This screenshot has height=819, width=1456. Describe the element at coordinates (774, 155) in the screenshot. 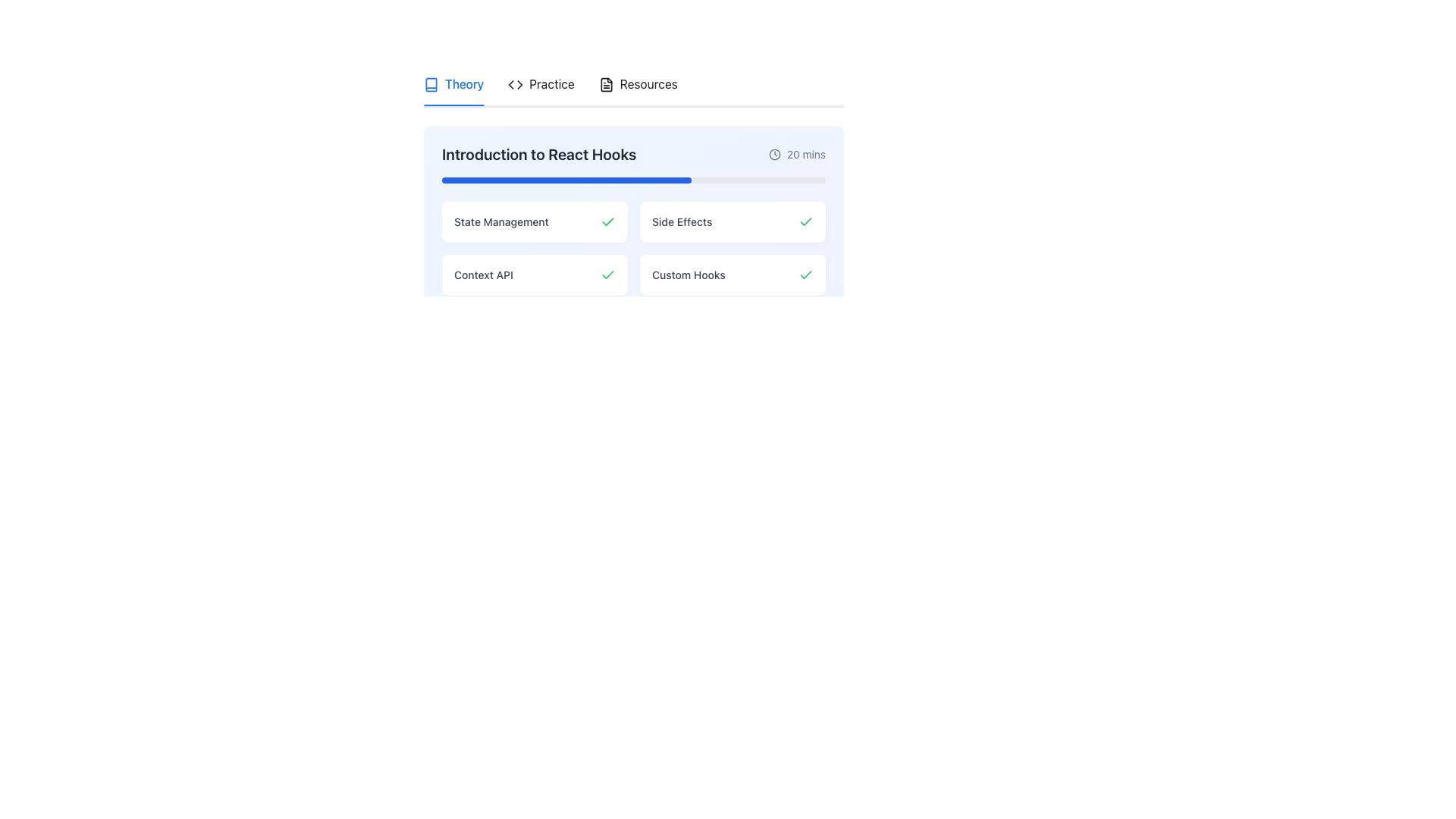

I see `the clock icon located in the top-right corner of the panel for 'Introduction to React Hooks', which indicates a duration of '20 mins'` at that location.